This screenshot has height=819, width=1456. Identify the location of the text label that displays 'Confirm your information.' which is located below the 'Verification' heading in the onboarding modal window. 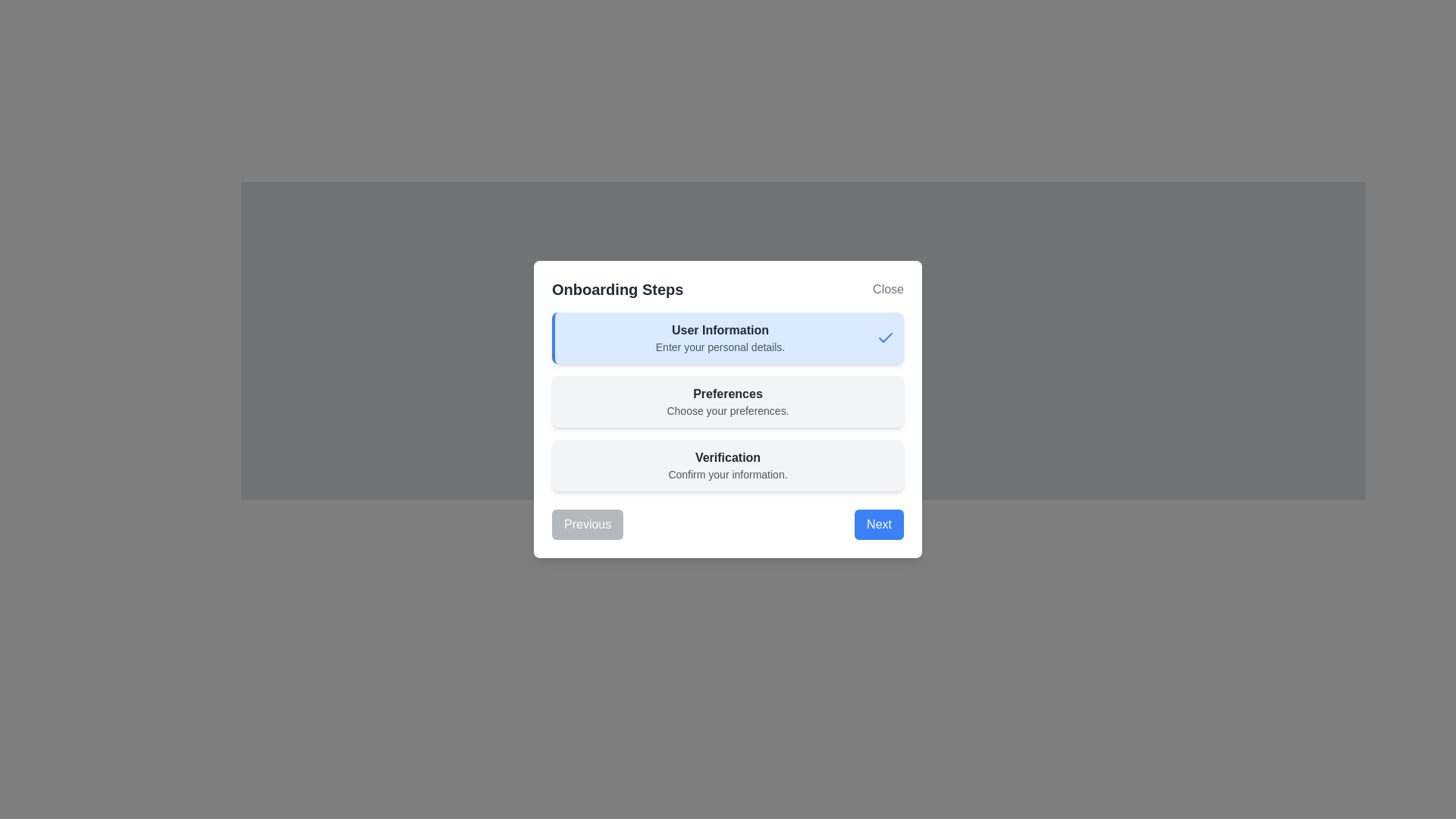
(728, 473).